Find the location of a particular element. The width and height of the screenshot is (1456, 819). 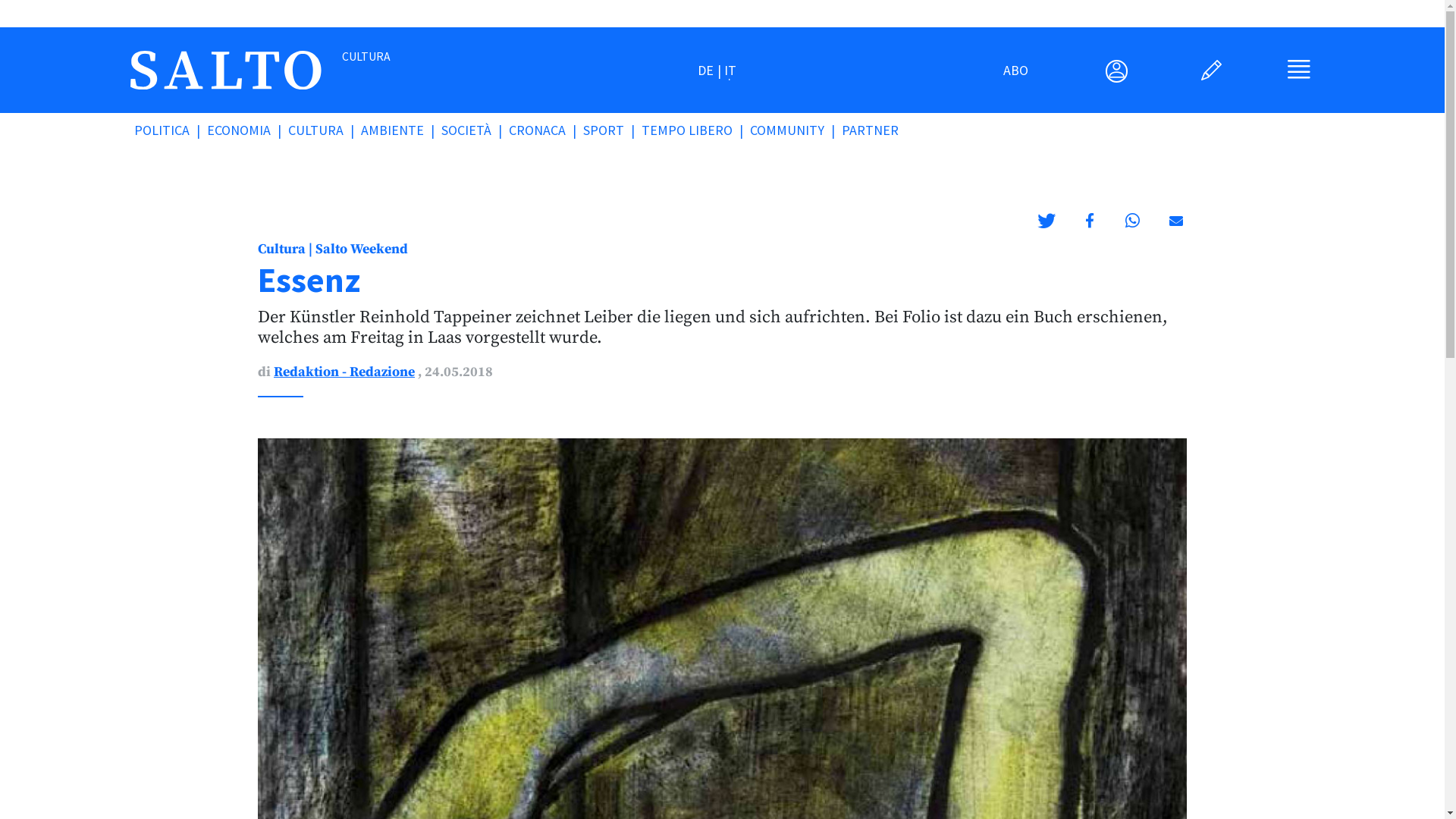

'User Menu' is located at coordinates (1106, 72).